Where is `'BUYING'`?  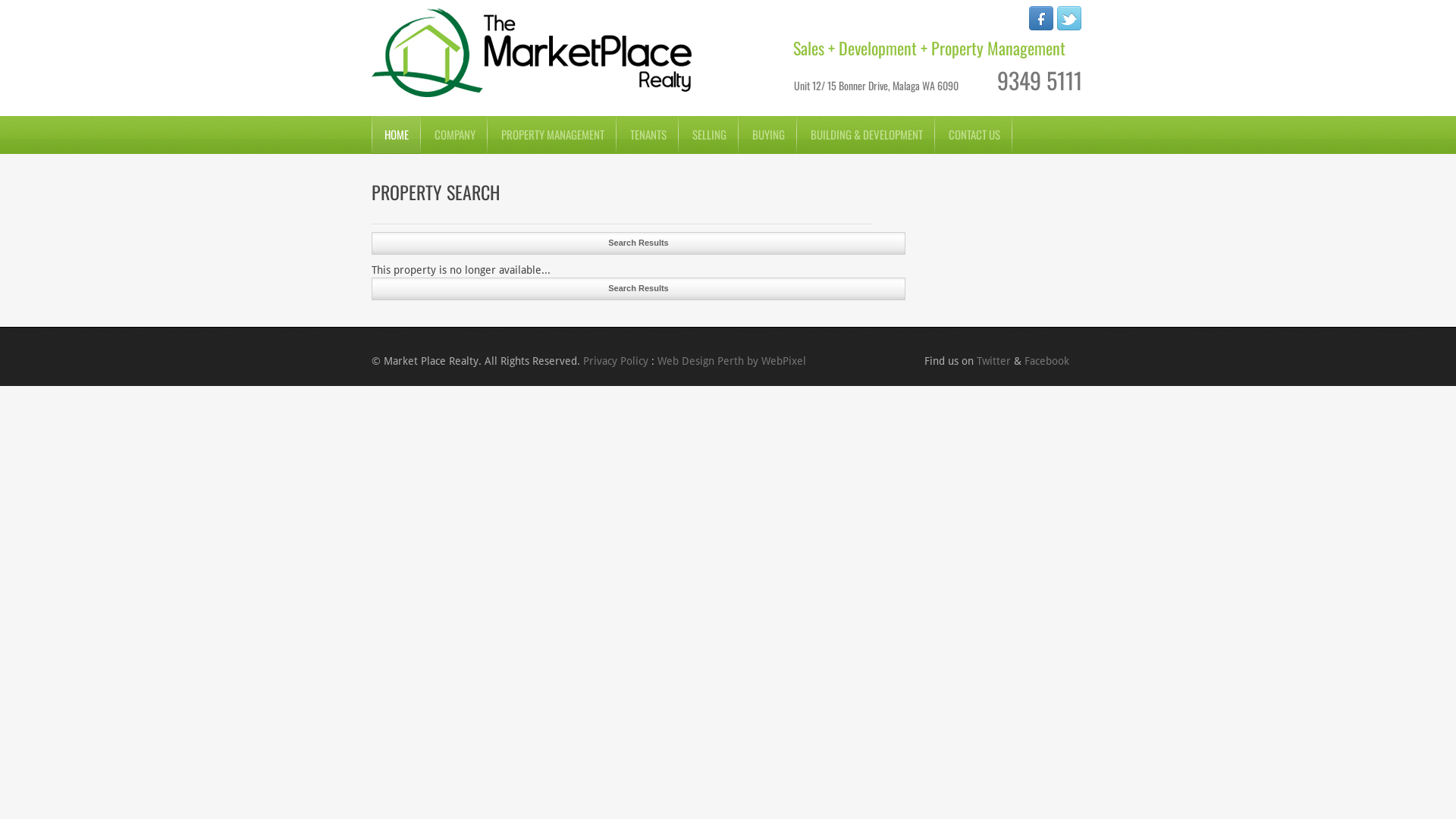 'BUYING' is located at coordinates (767, 133).